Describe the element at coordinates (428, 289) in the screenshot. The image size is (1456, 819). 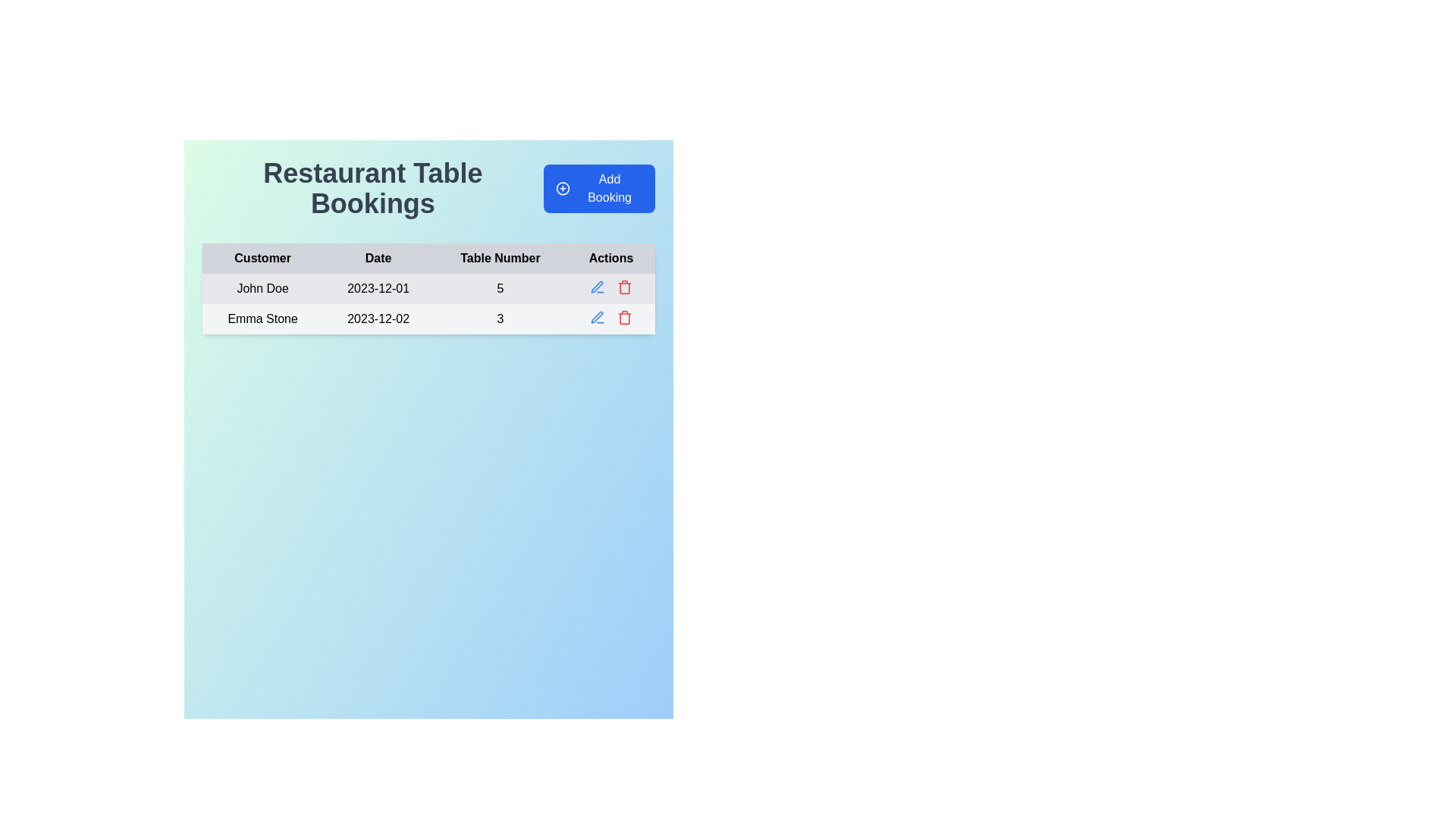
I see `the first row in the structured data table containing 'John Doe', '2023-12-01', and '5'` at that location.